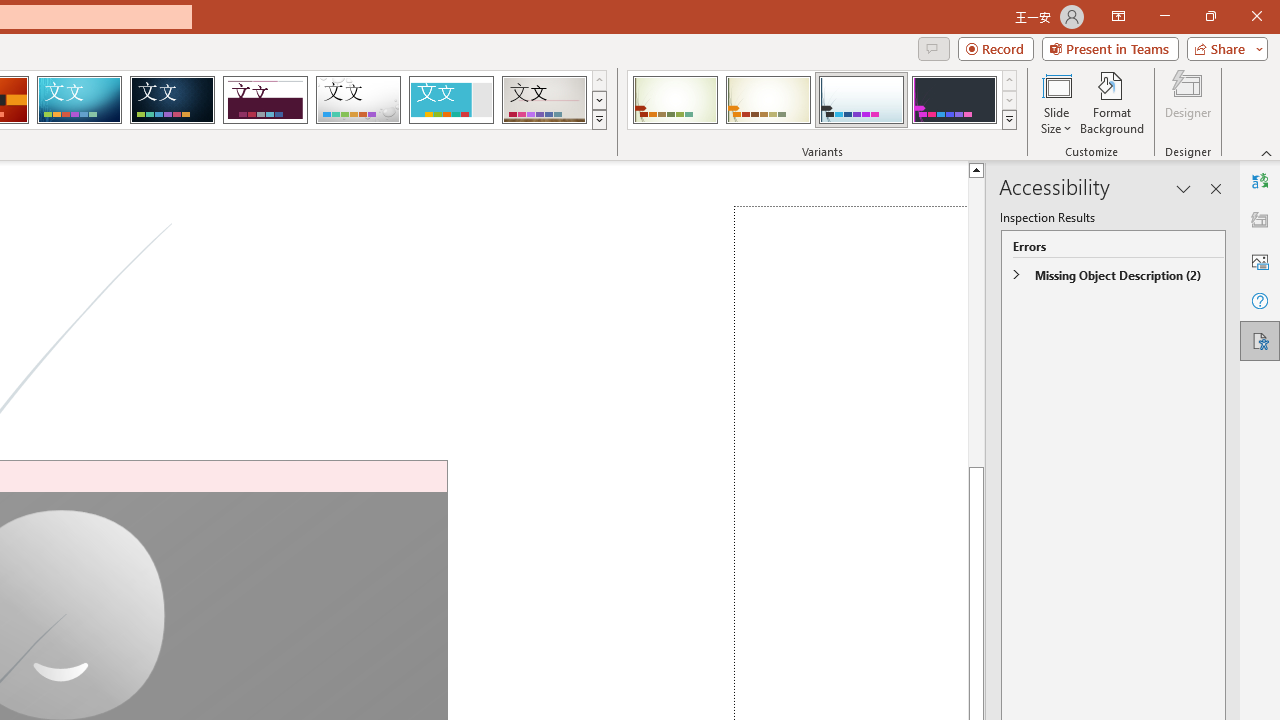 The image size is (1280, 720). Describe the element at coordinates (358, 100) in the screenshot. I see `'Droplet'` at that location.